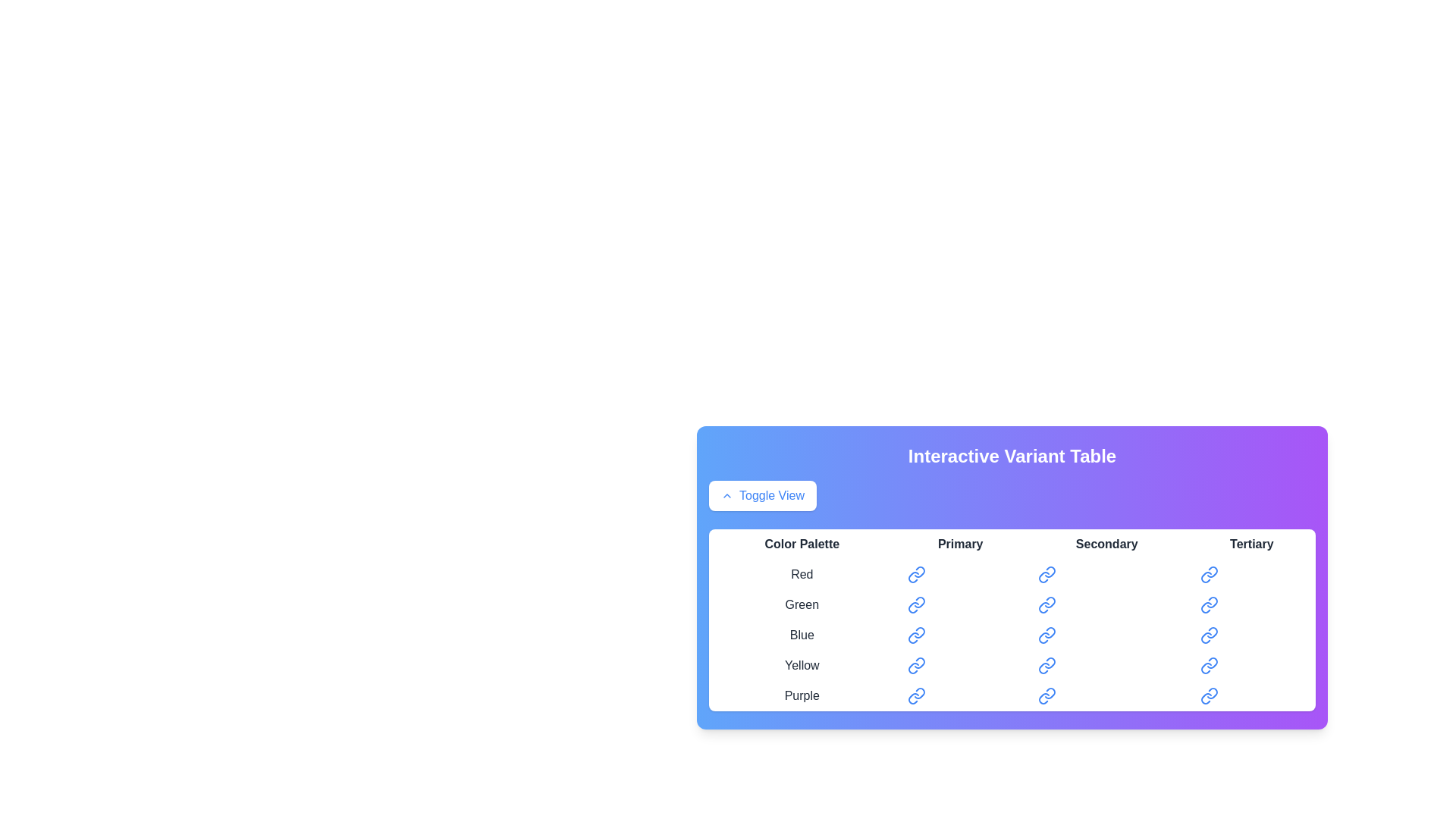  Describe the element at coordinates (1046, 665) in the screenshot. I see `the hyperlink-style icon located under the 'Secondary' column aligned with the 'Yellow' row` at that location.